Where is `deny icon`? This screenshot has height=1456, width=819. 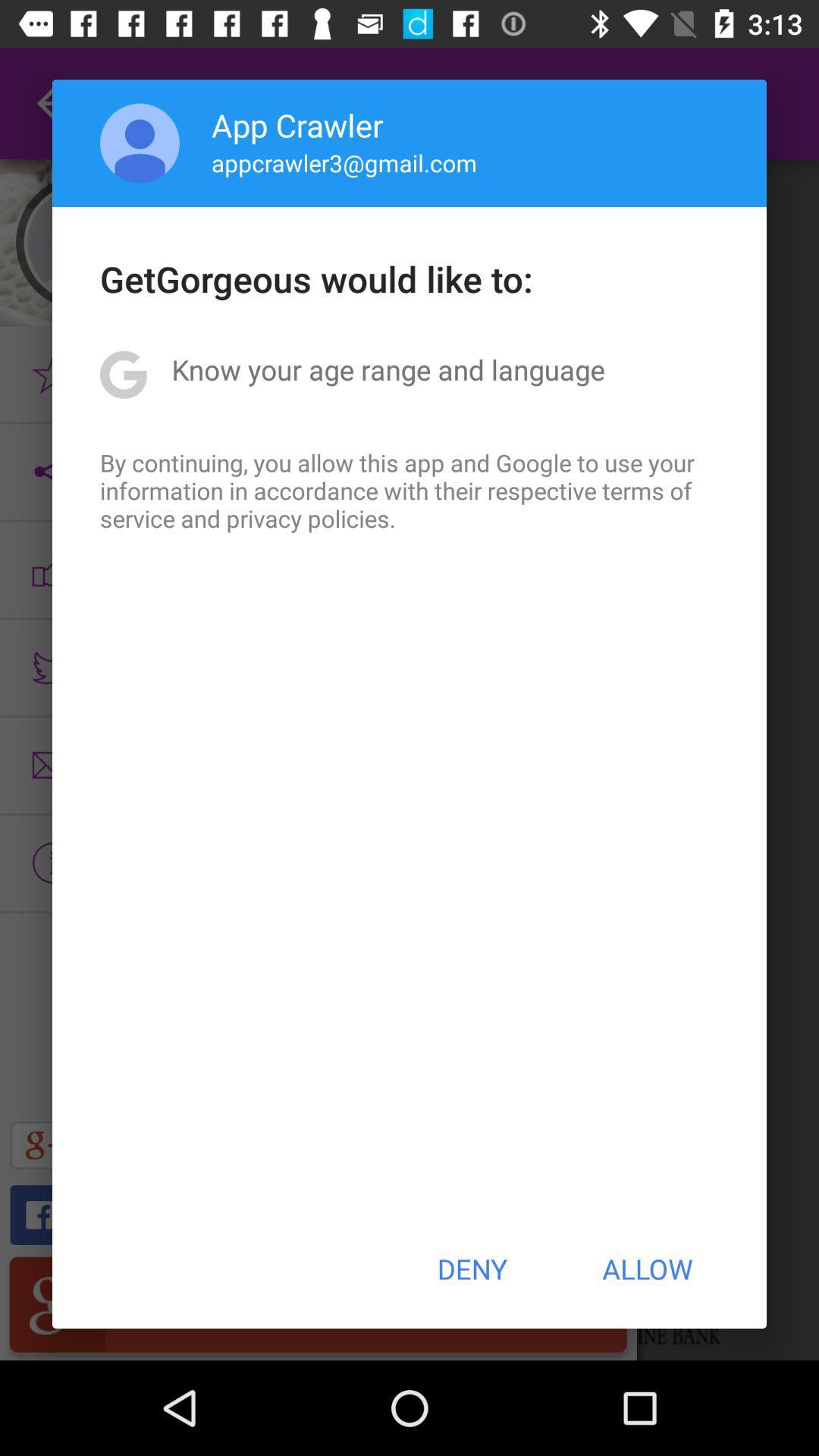
deny icon is located at coordinates (471, 1269).